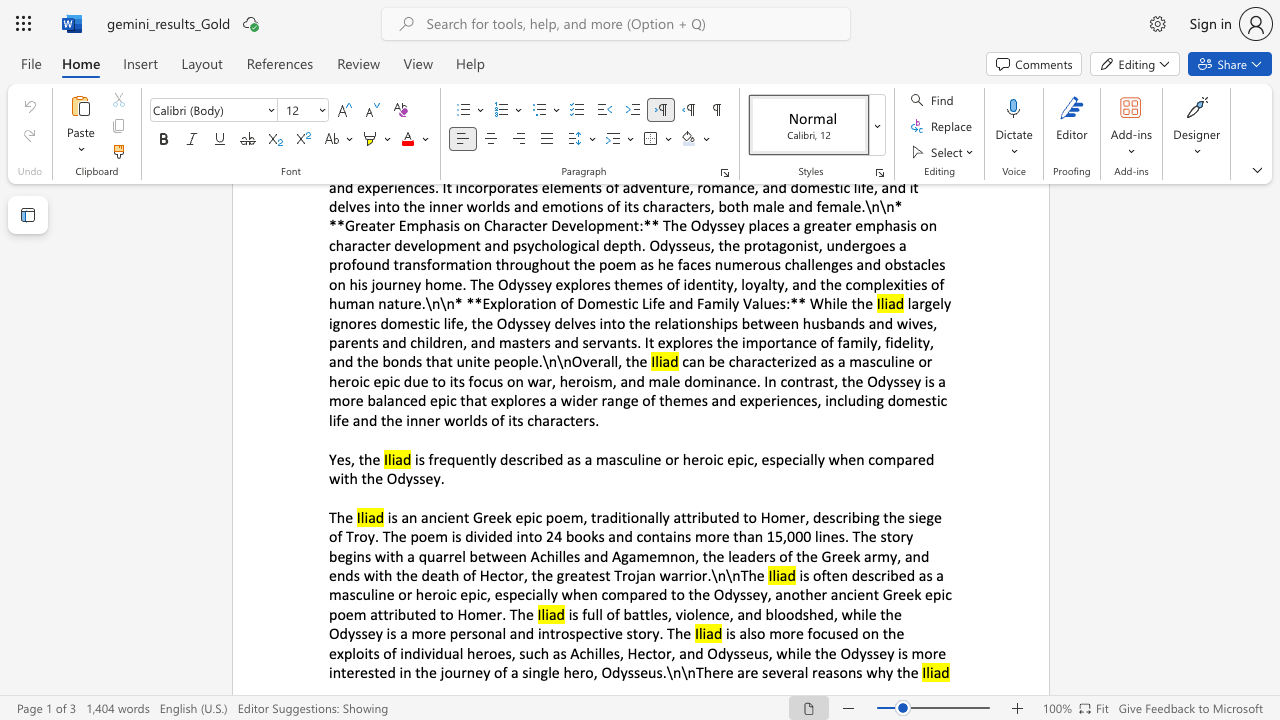 The height and width of the screenshot is (720, 1280). I want to click on the subset text "s ful" within the text "is full of", so click(571, 613).